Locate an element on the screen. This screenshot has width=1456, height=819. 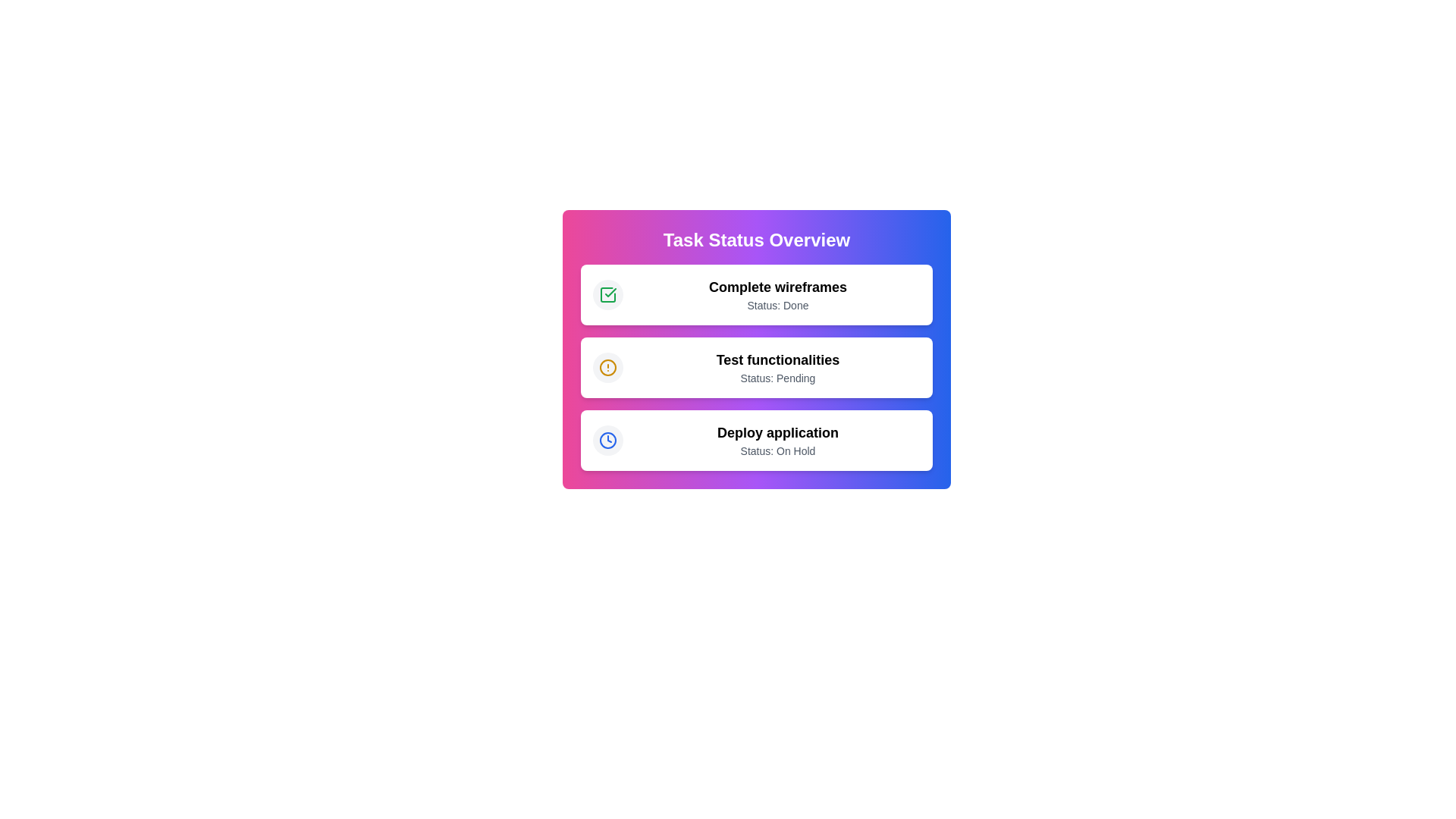
the task 'Complete wireframes' from the list to highlight it is located at coordinates (757, 295).